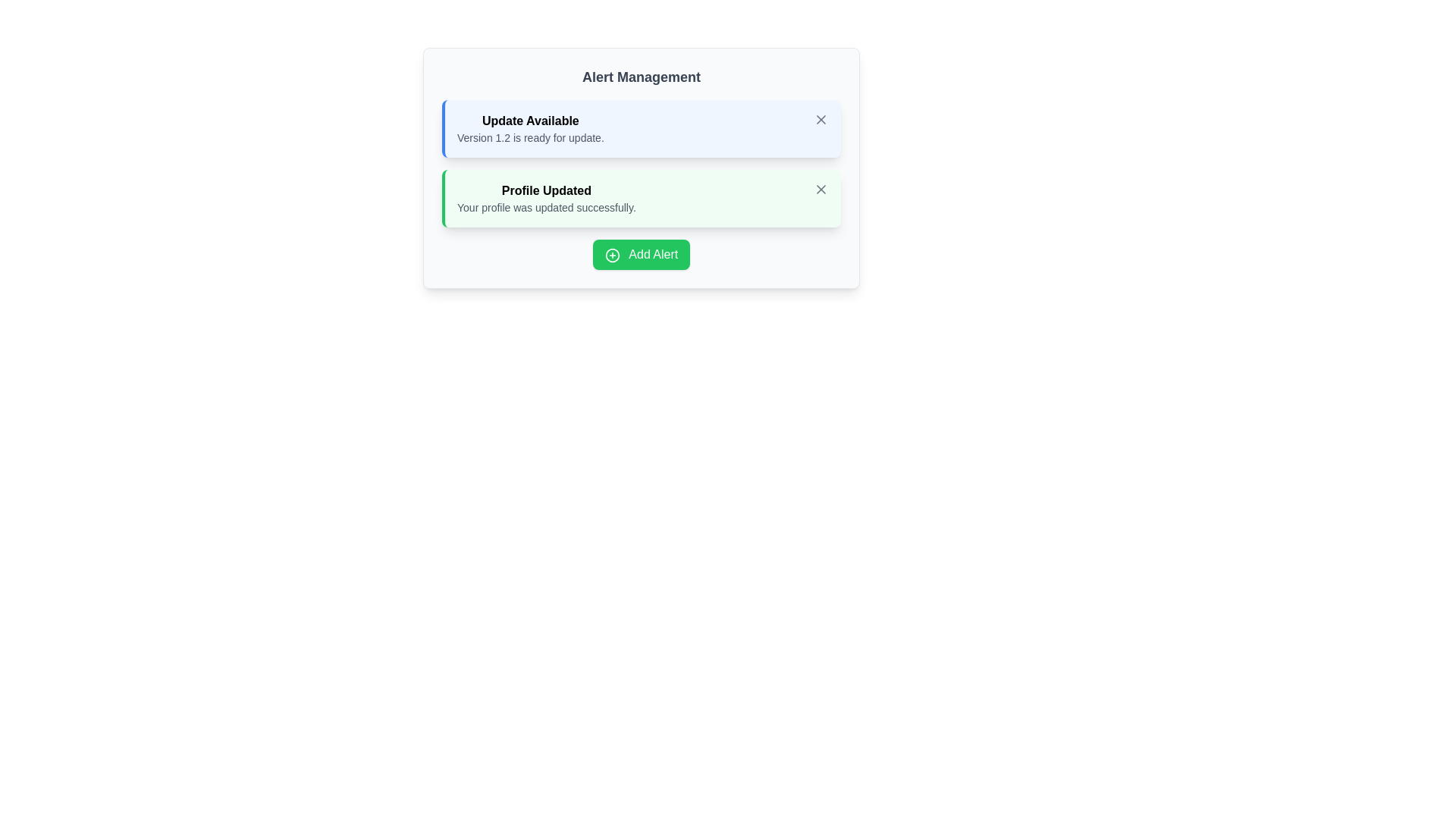 The height and width of the screenshot is (819, 1456). I want to click on the Text Label that provides feedback confirming the successful update of the user's profile, located in a notification section with a light green background, directly below the heading 'Profile Updated', so click(546, 207).